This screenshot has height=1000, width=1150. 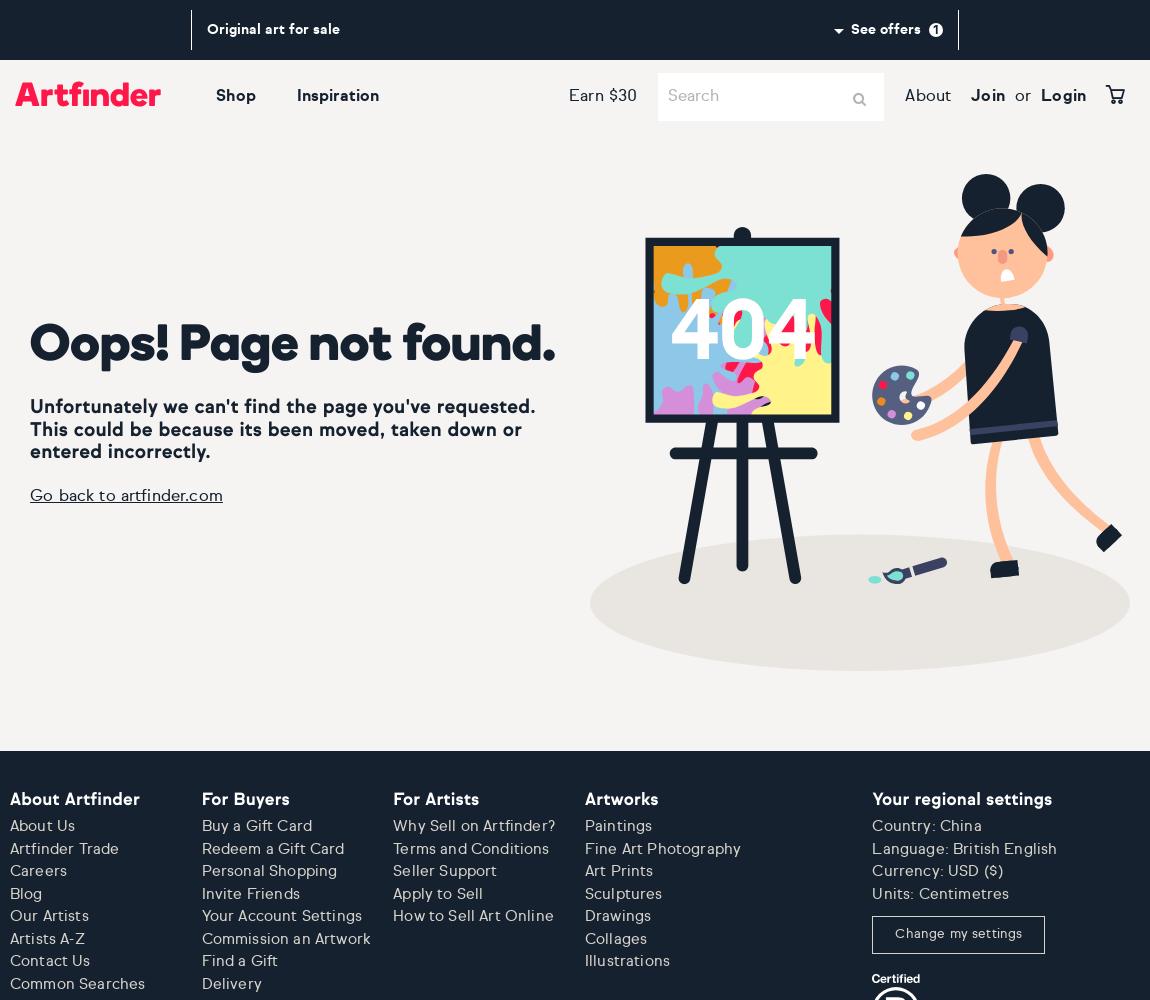 I want to click on 'Budget', so click(x=108, y=76).